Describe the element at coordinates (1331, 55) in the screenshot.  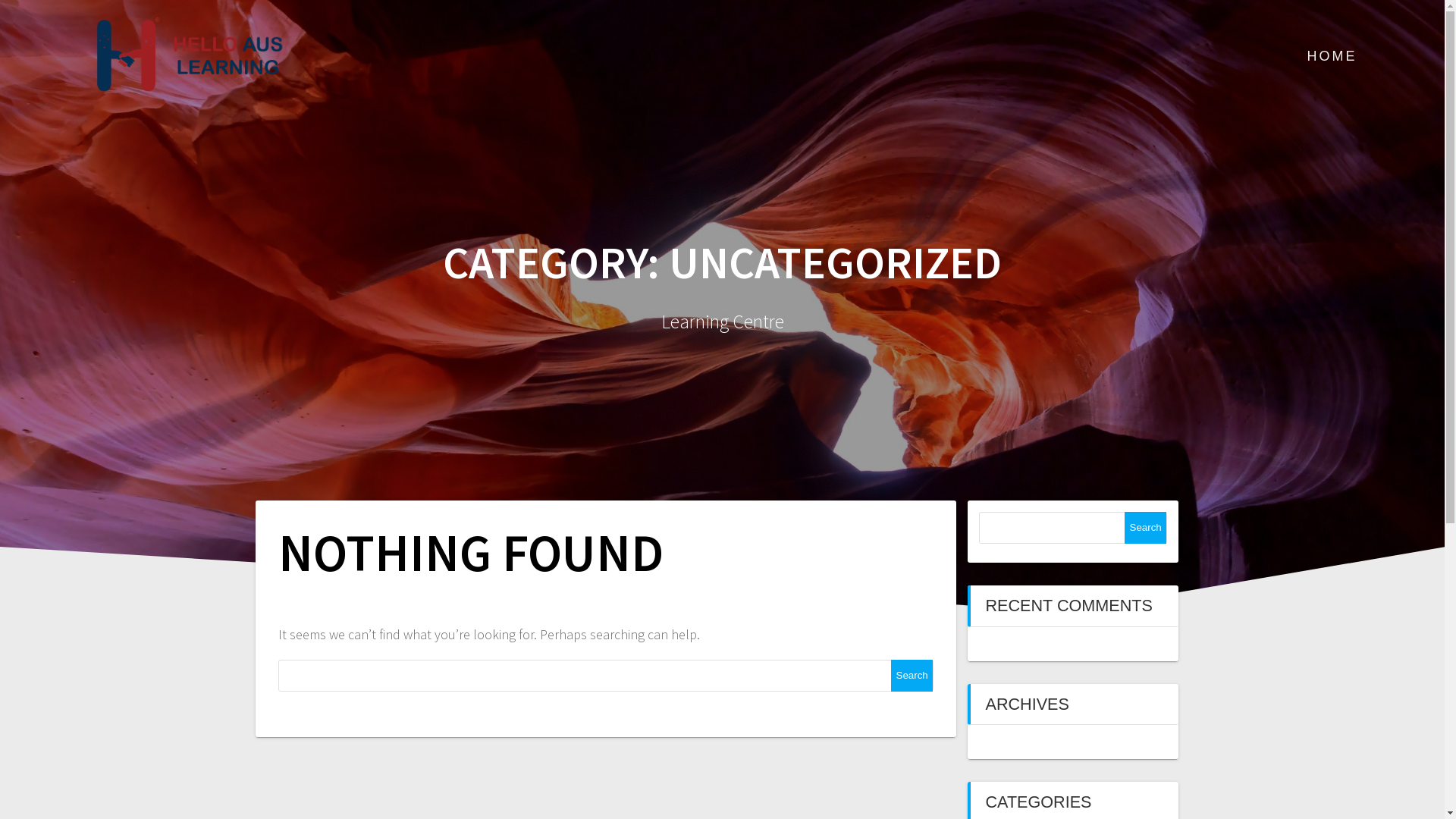
I see `'HOME'` at that location.